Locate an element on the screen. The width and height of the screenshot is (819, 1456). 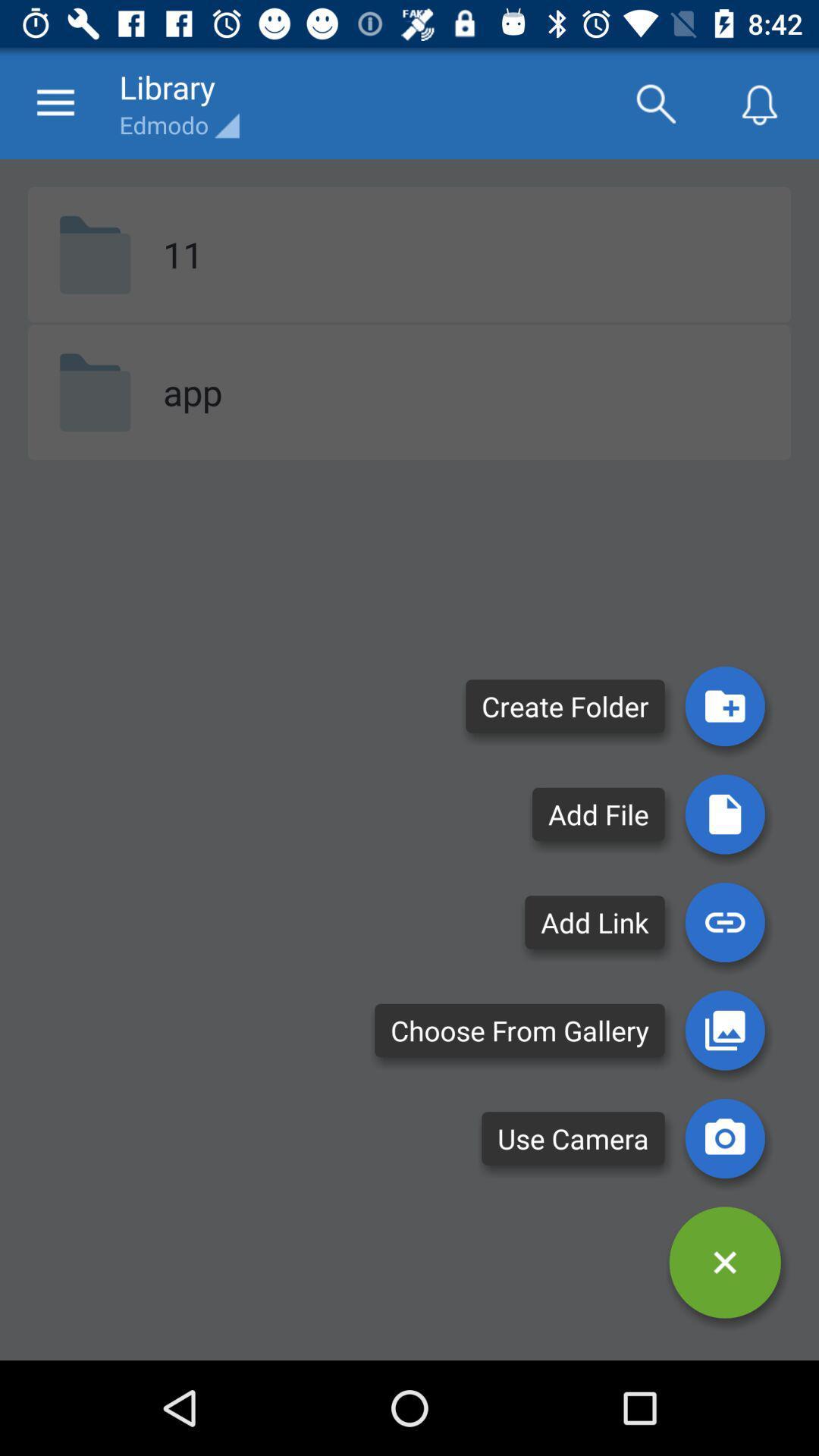
app item is located at coordinates (192, 392).